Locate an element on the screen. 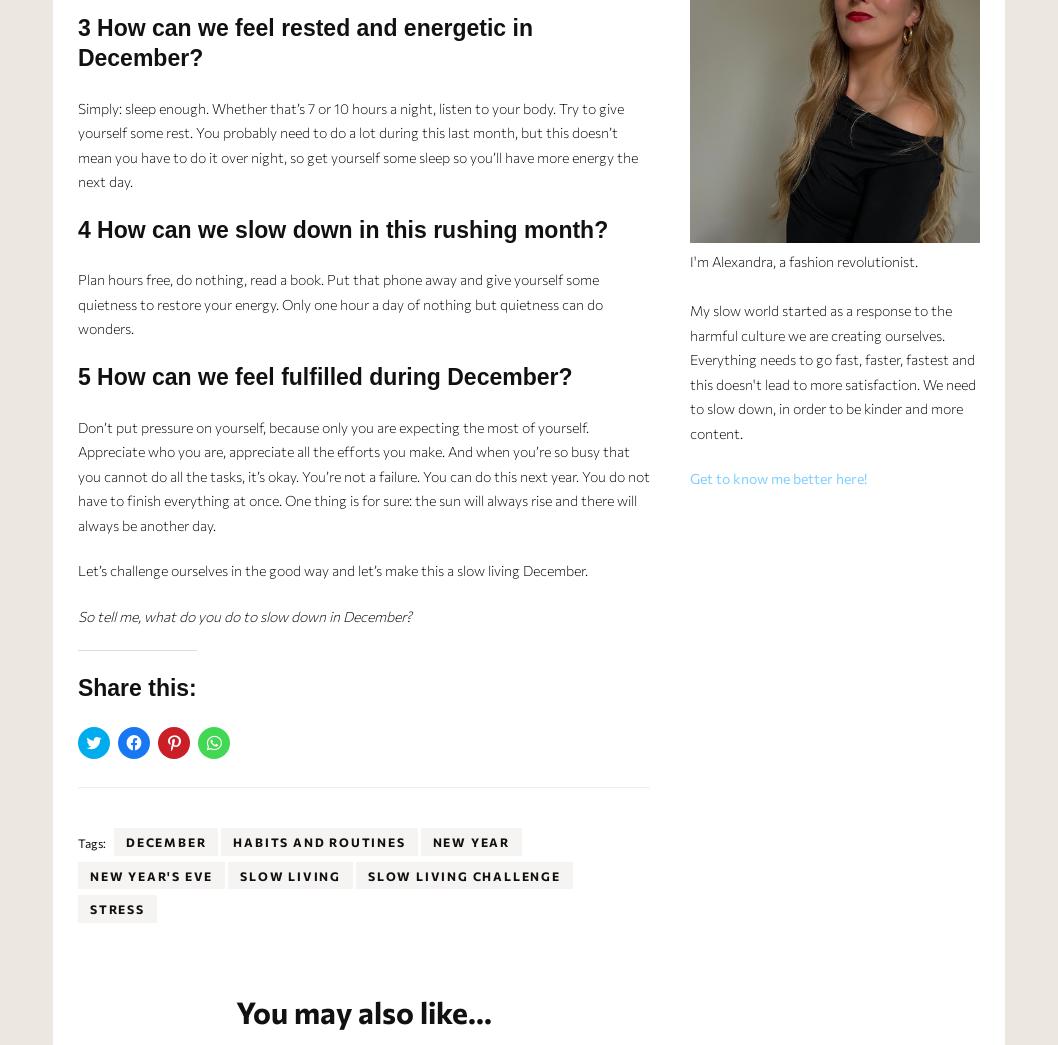 This screenshot has width=1058, height=1045. 'You may also like...' is located at coordinates (363, 1010).